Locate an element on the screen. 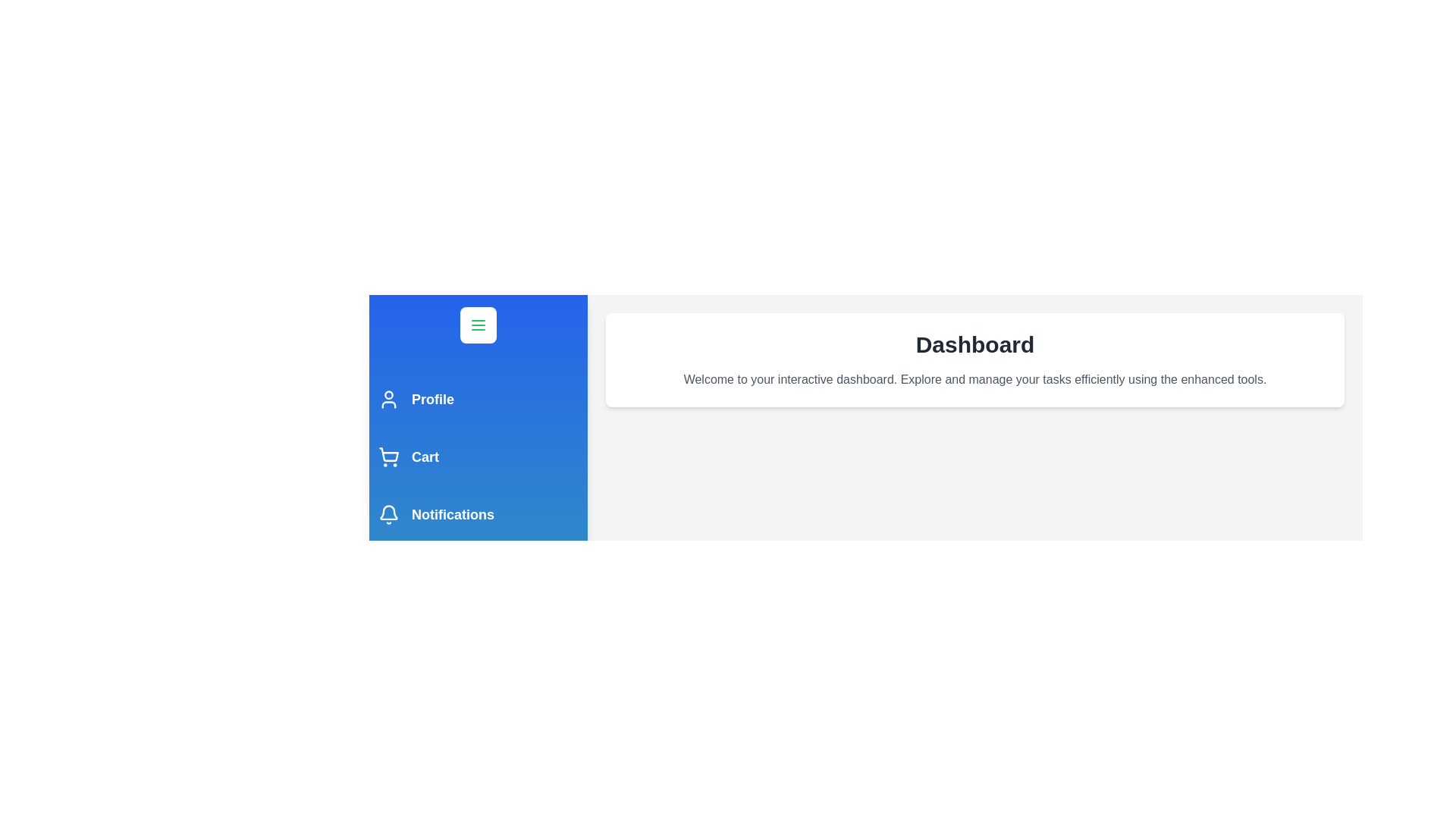 The image size is (1456, 819). the navigation item Profile to navigate to the respective section is located at coordinates (477, 399).